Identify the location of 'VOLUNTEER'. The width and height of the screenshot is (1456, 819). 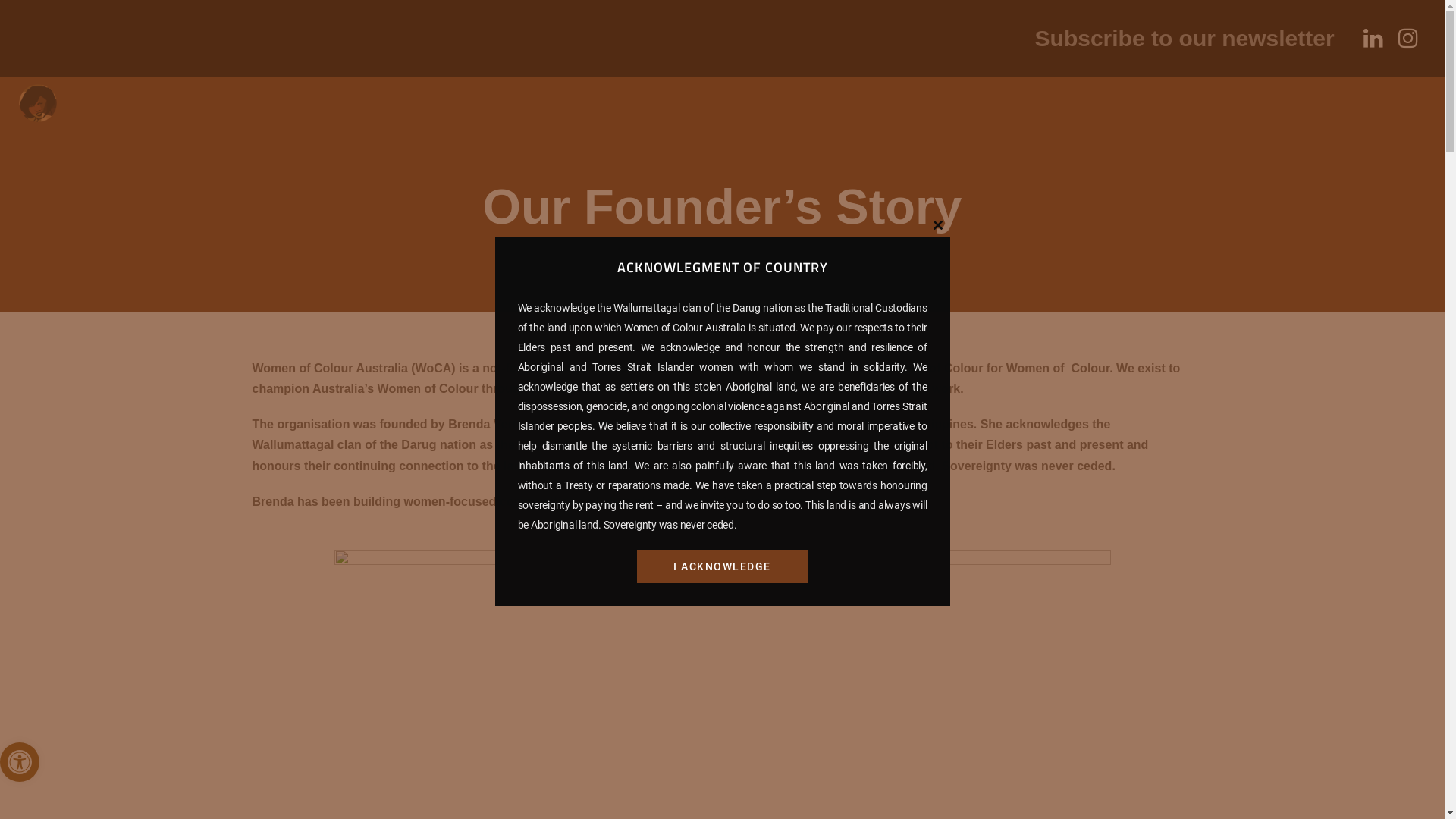
(847, 112).